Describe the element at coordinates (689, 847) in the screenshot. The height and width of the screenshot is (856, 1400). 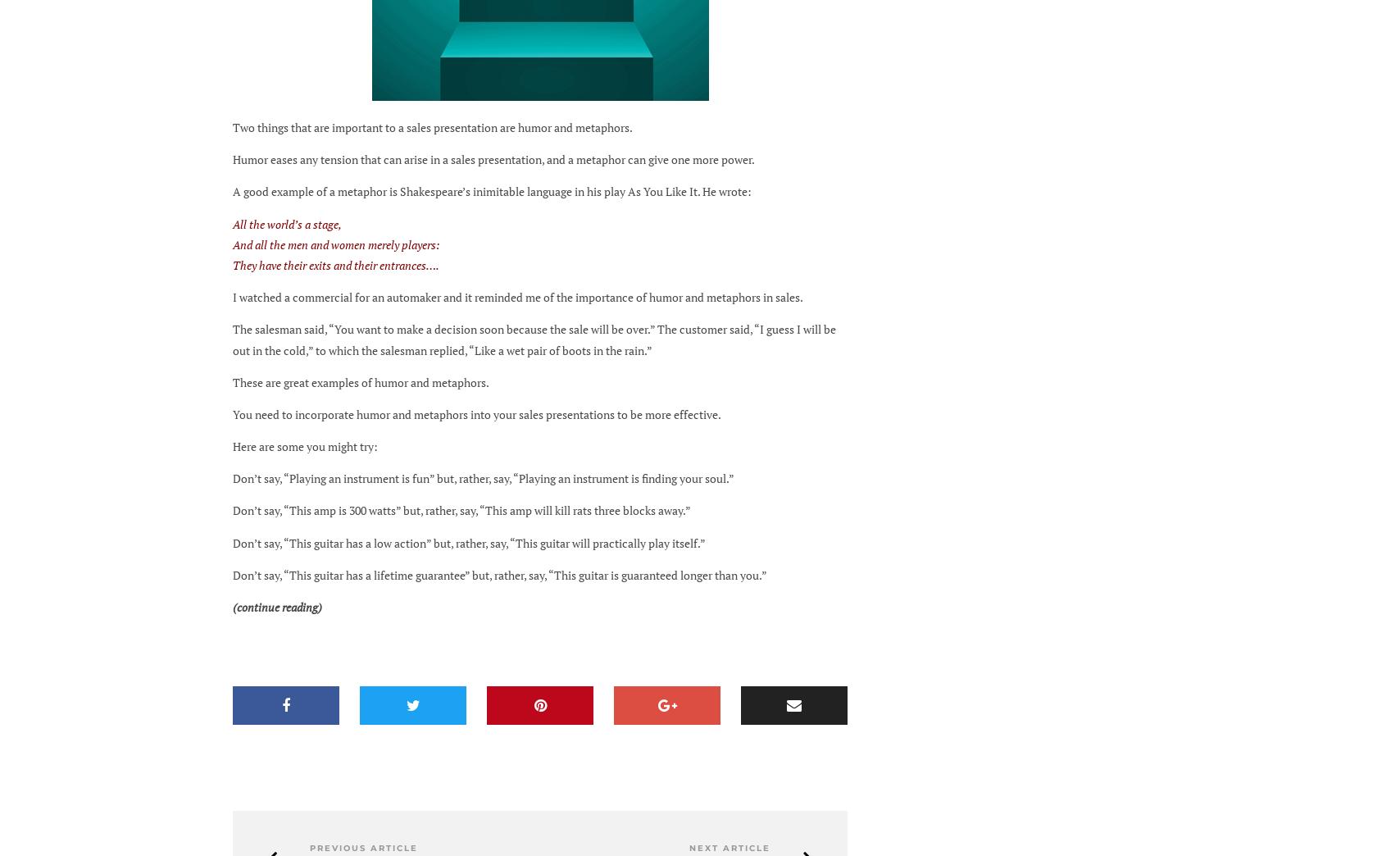
I see `'Next Article'` at that location.